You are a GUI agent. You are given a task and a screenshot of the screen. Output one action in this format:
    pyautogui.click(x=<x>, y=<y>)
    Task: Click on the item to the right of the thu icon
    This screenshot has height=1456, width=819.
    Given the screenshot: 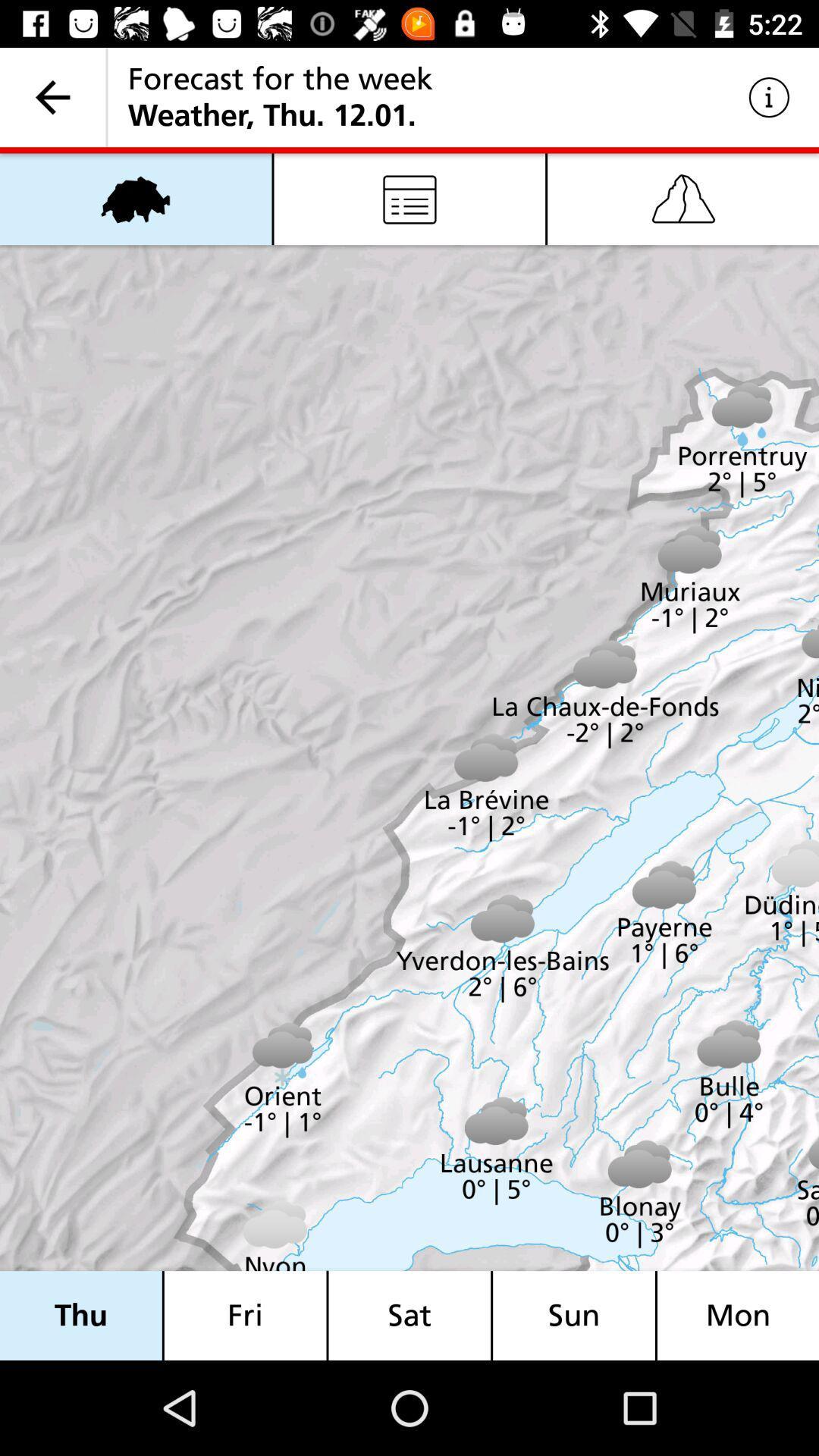 What is the action you would take?
    pyautogui.click(x=244, y=1315)
    